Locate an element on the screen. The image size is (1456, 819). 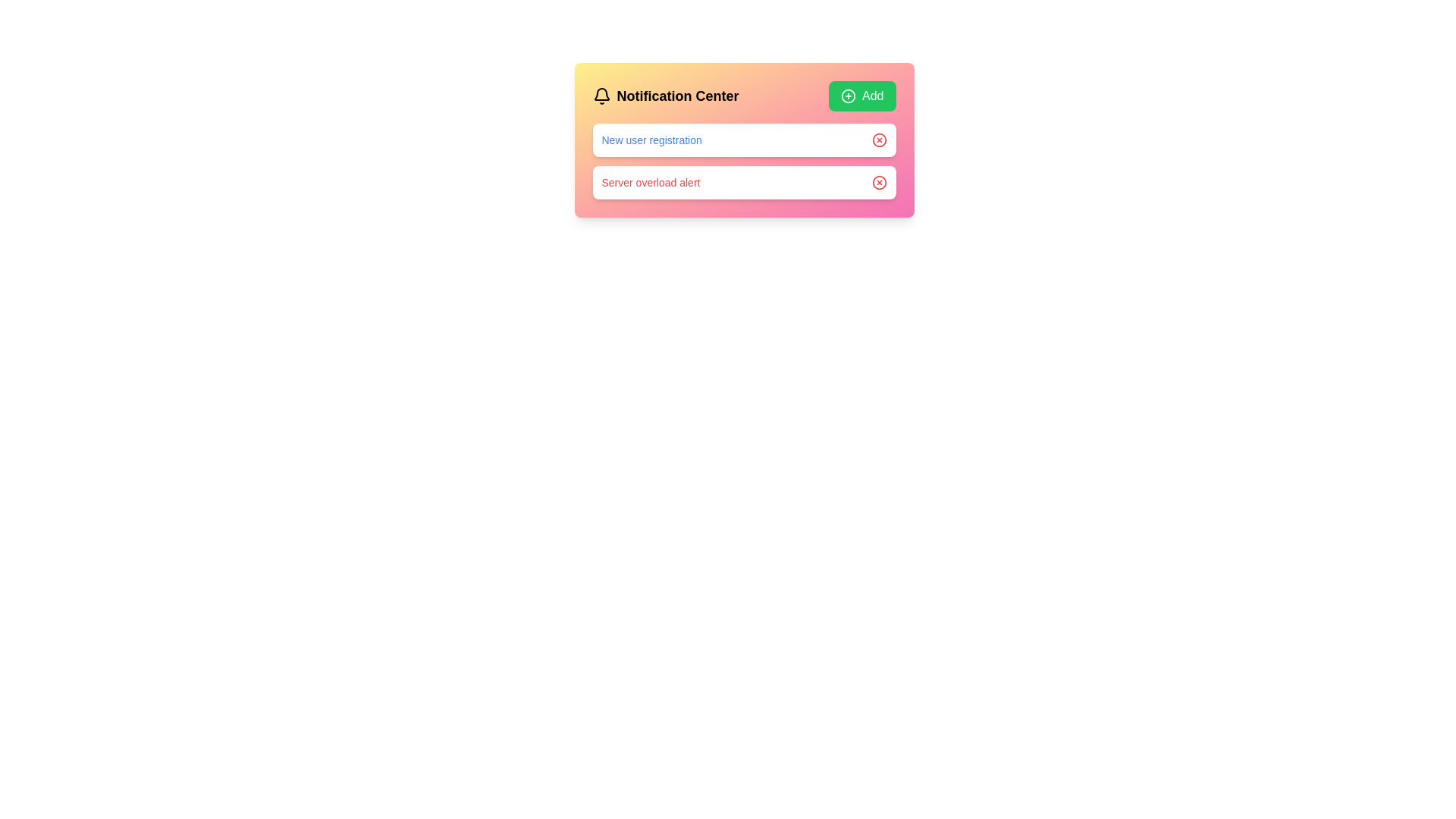
the 'New user registration' notification item located in the fixed notification panel is located at coordinates (744, 140).